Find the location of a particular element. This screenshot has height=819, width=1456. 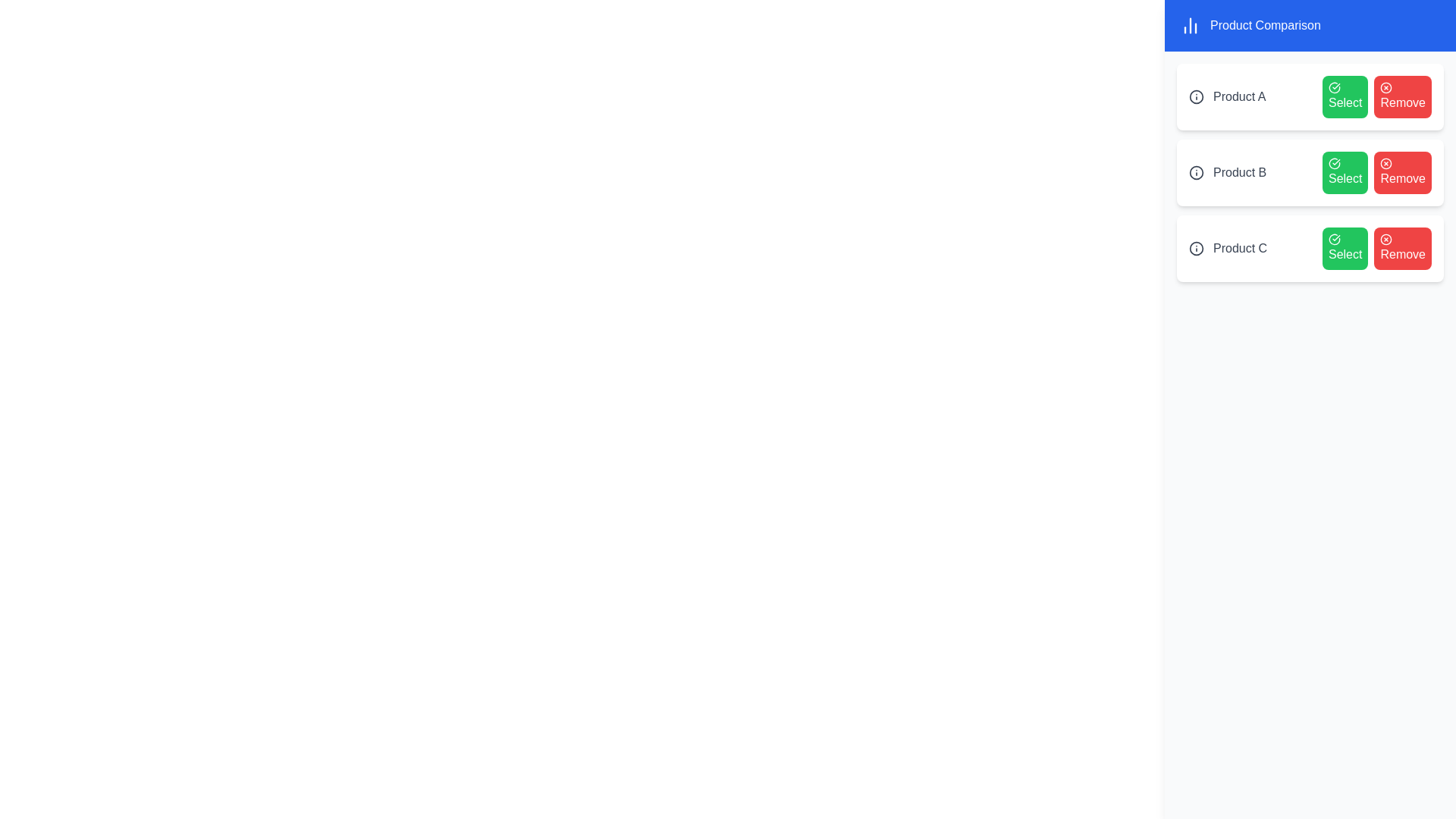

the information icon next to Product C is located at coordinates (1196, 247).